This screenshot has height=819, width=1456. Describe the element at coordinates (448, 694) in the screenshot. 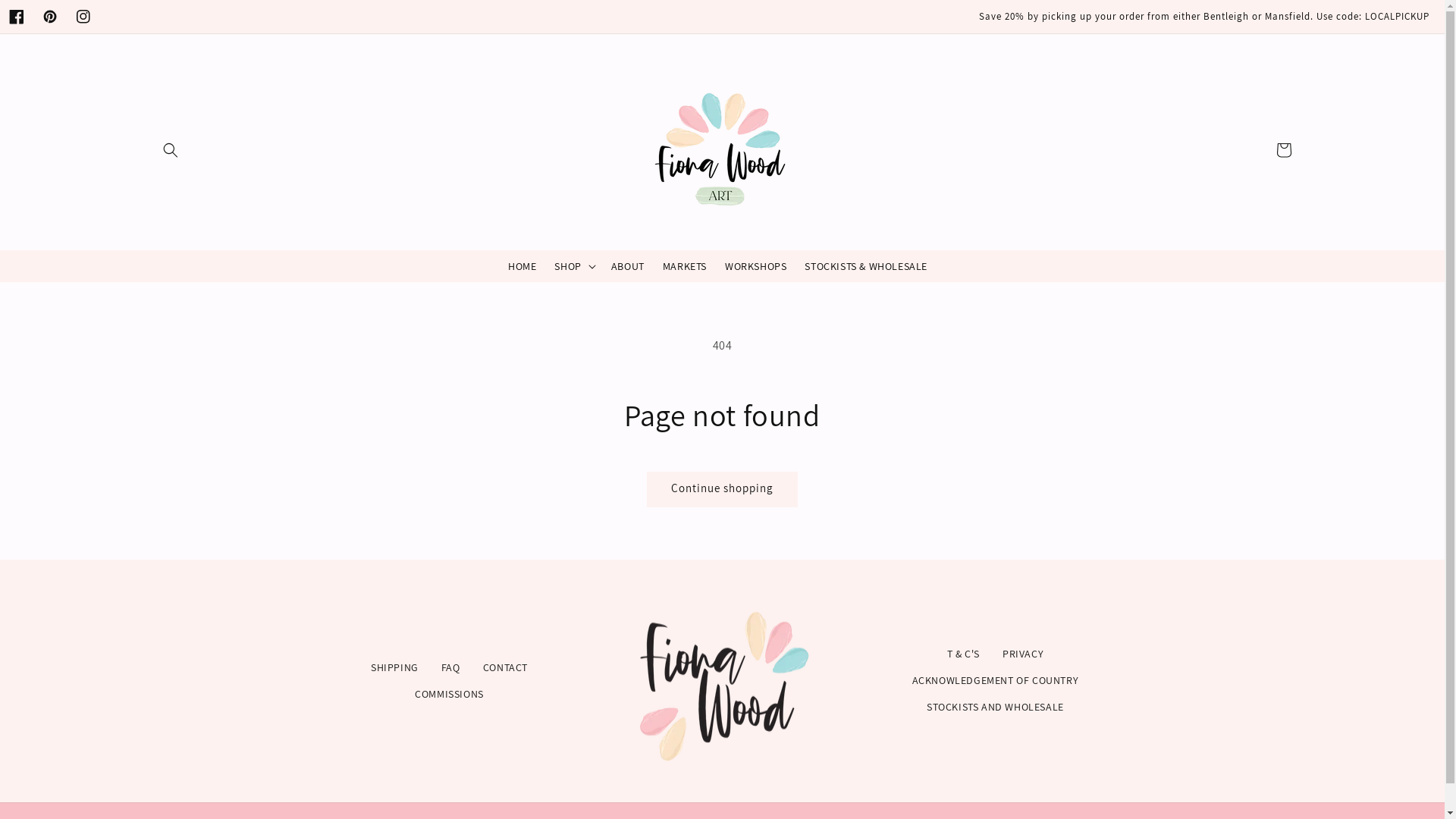

I see `'COMMISSIONS'` at that location.